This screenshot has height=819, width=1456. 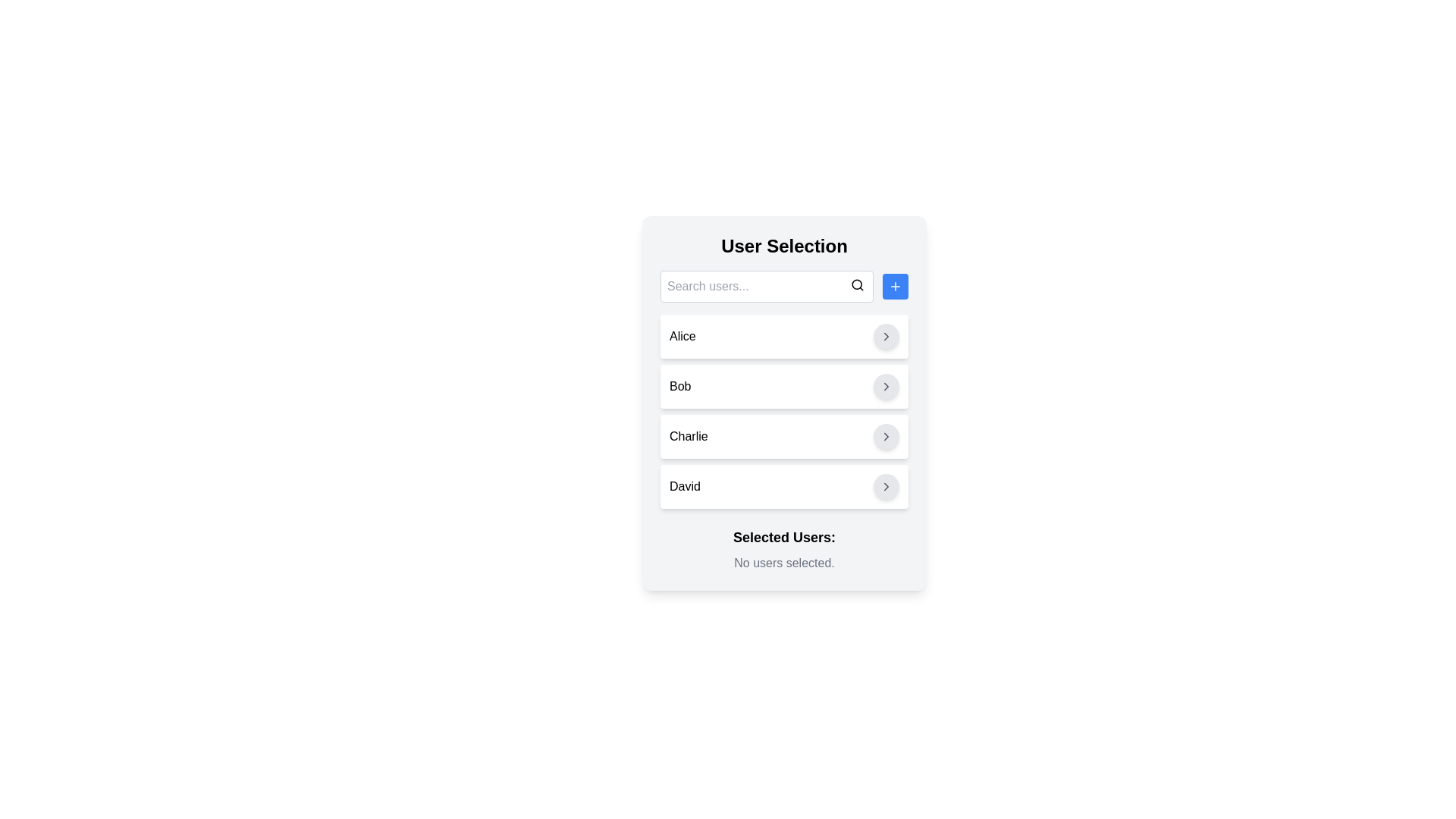 What do you see at coordinates (784, 385) in the screenshot?
I see `the user labeled 'Bob' in the 'User Selection' section` at bounding box center [784, 385].